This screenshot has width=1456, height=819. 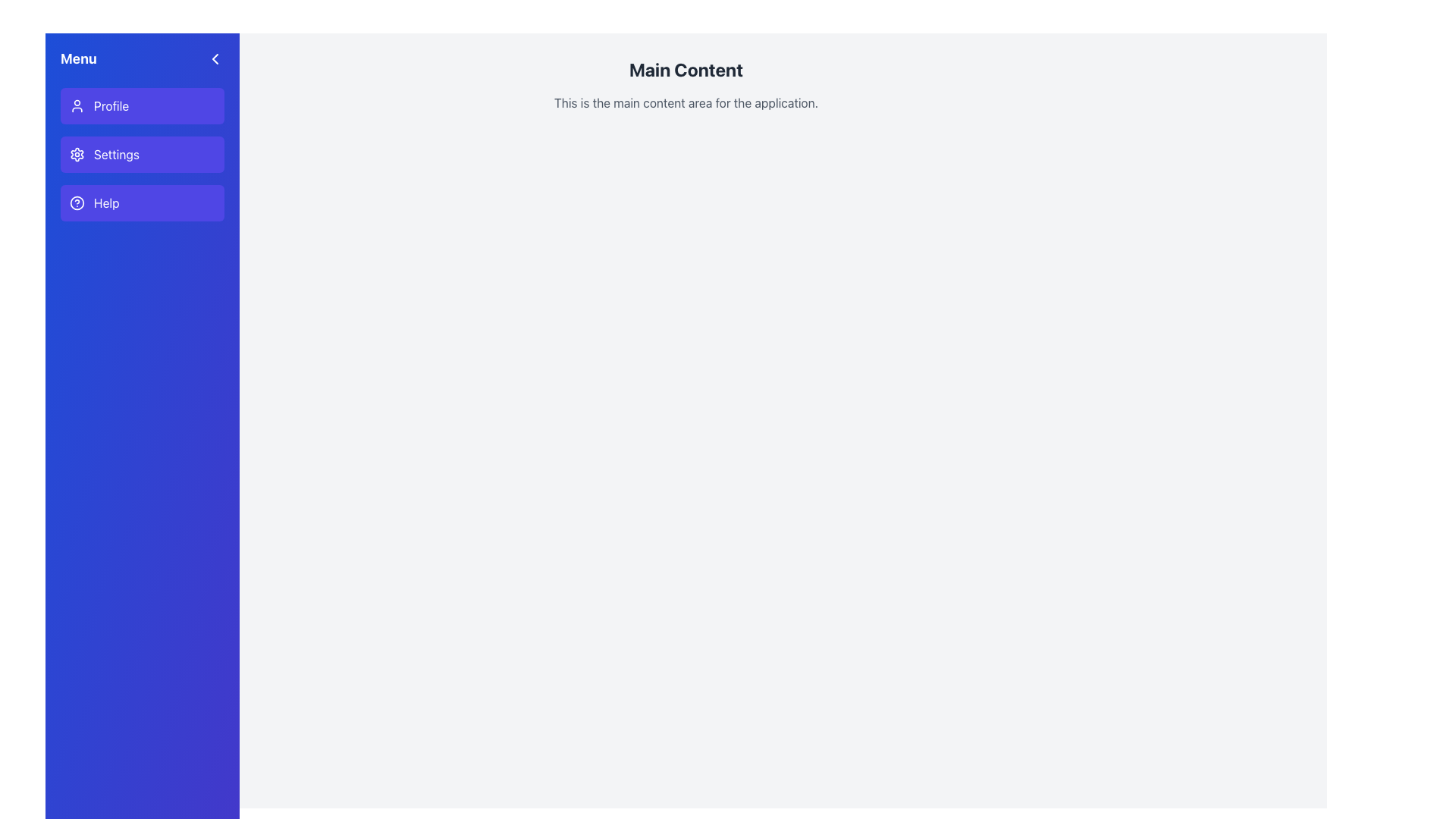 What do you see at coordinates (76, 202) in the screenshot?
I see `the circular help icon with a white question mark symbol, located within the 'Help' button in the navigation menu on the left sidebar` at bounding box center [76, 202].